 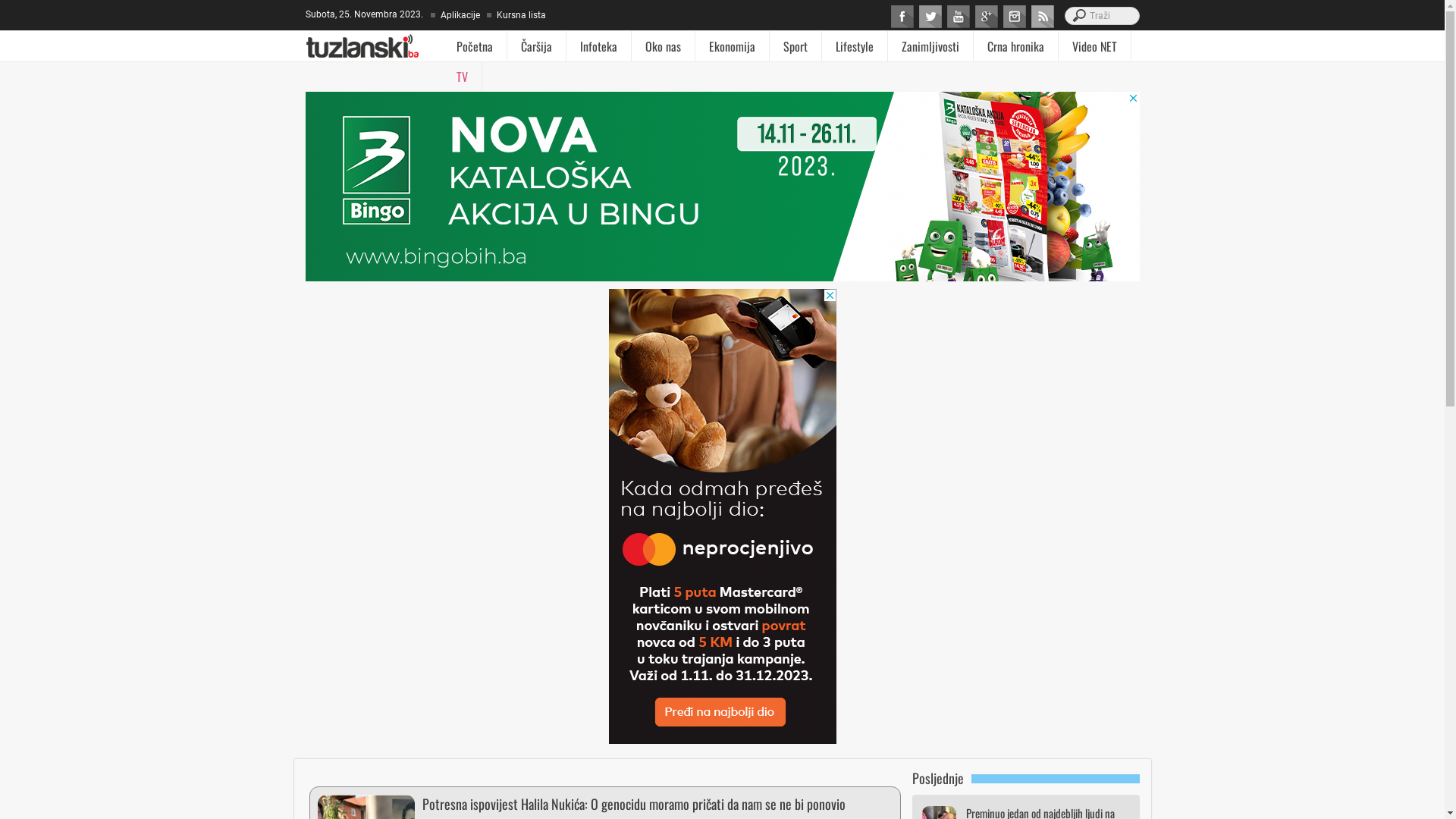 What do you see at coordinates (1094, 45) in the screenshot?
I see `'Video NET'` at bounding box center [1094, 45].